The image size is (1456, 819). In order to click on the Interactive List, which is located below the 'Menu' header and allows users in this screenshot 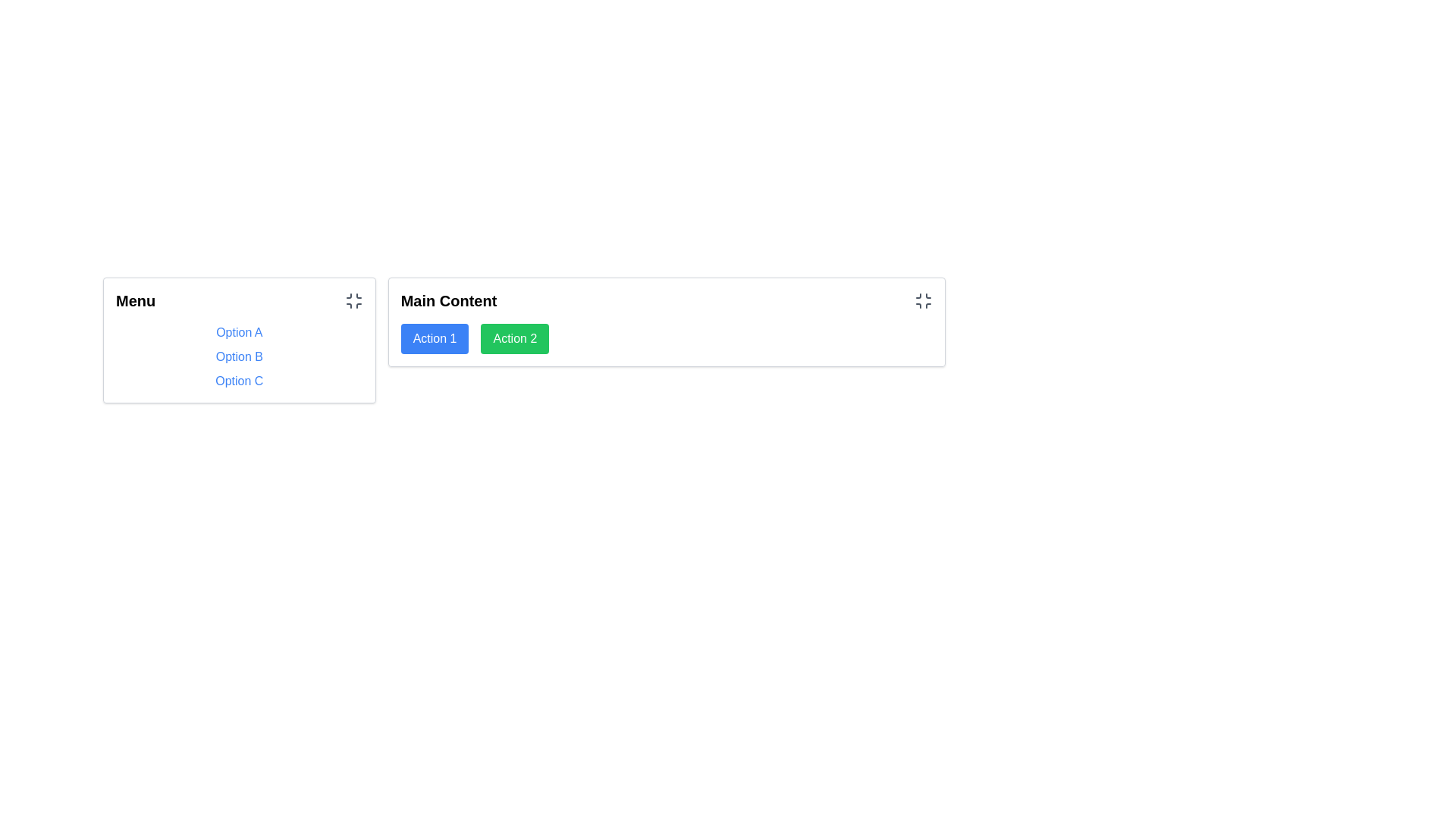, I will do `click(238, 356)`.